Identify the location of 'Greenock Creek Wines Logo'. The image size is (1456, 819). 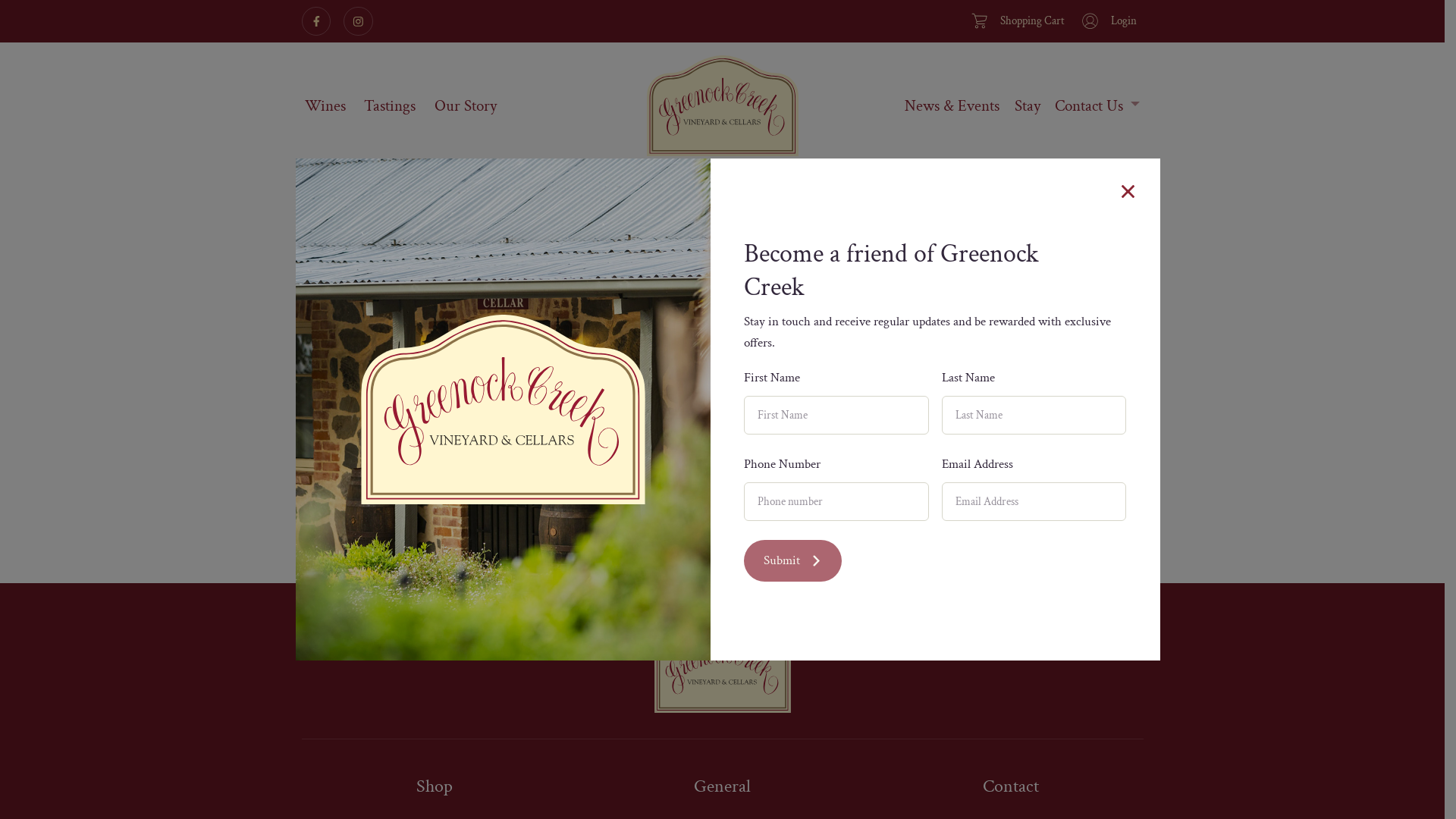
(720, 105).